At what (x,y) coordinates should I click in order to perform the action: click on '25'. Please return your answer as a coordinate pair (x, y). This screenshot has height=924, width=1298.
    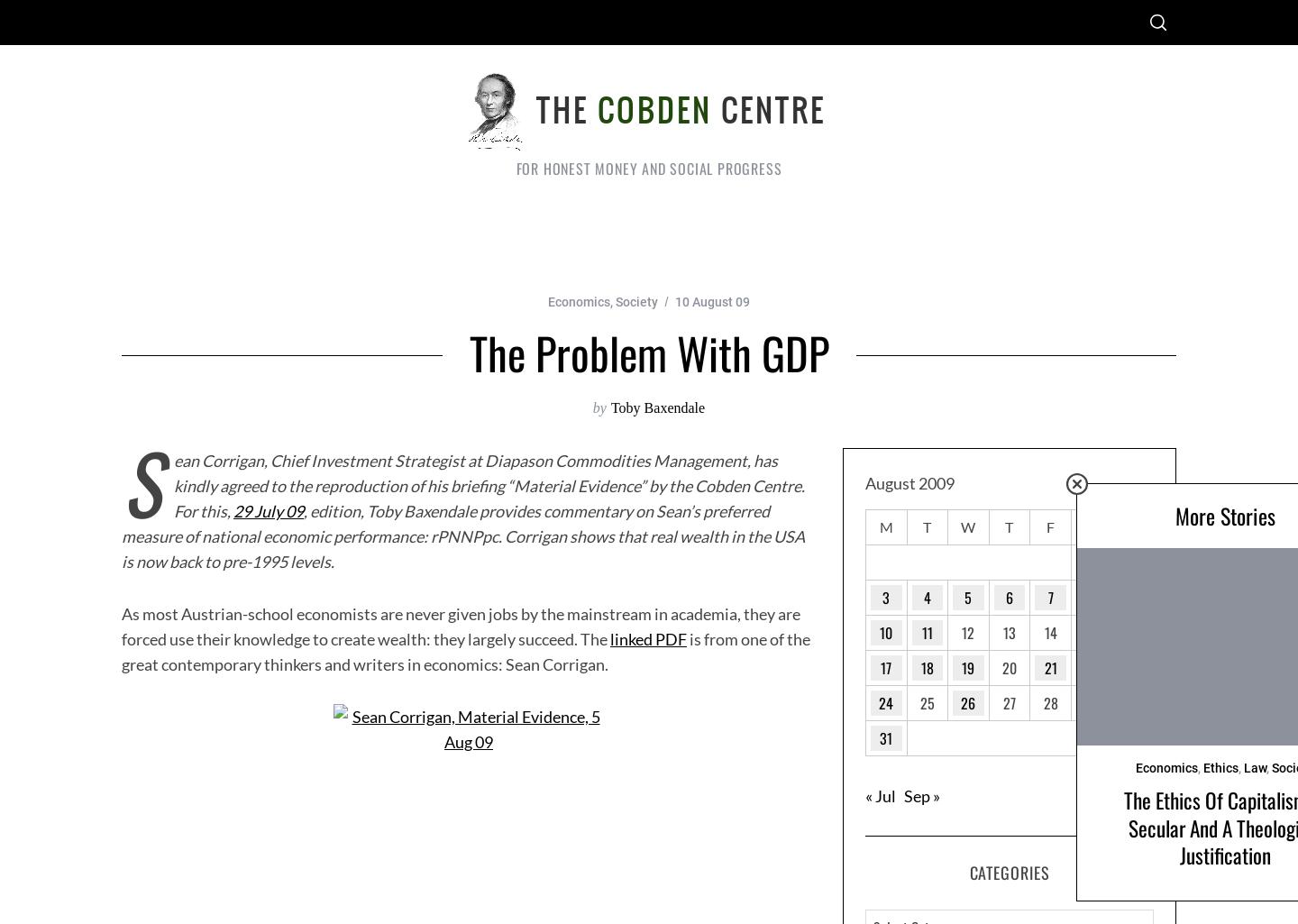
    Looking at the image, I should click on (927, 702).